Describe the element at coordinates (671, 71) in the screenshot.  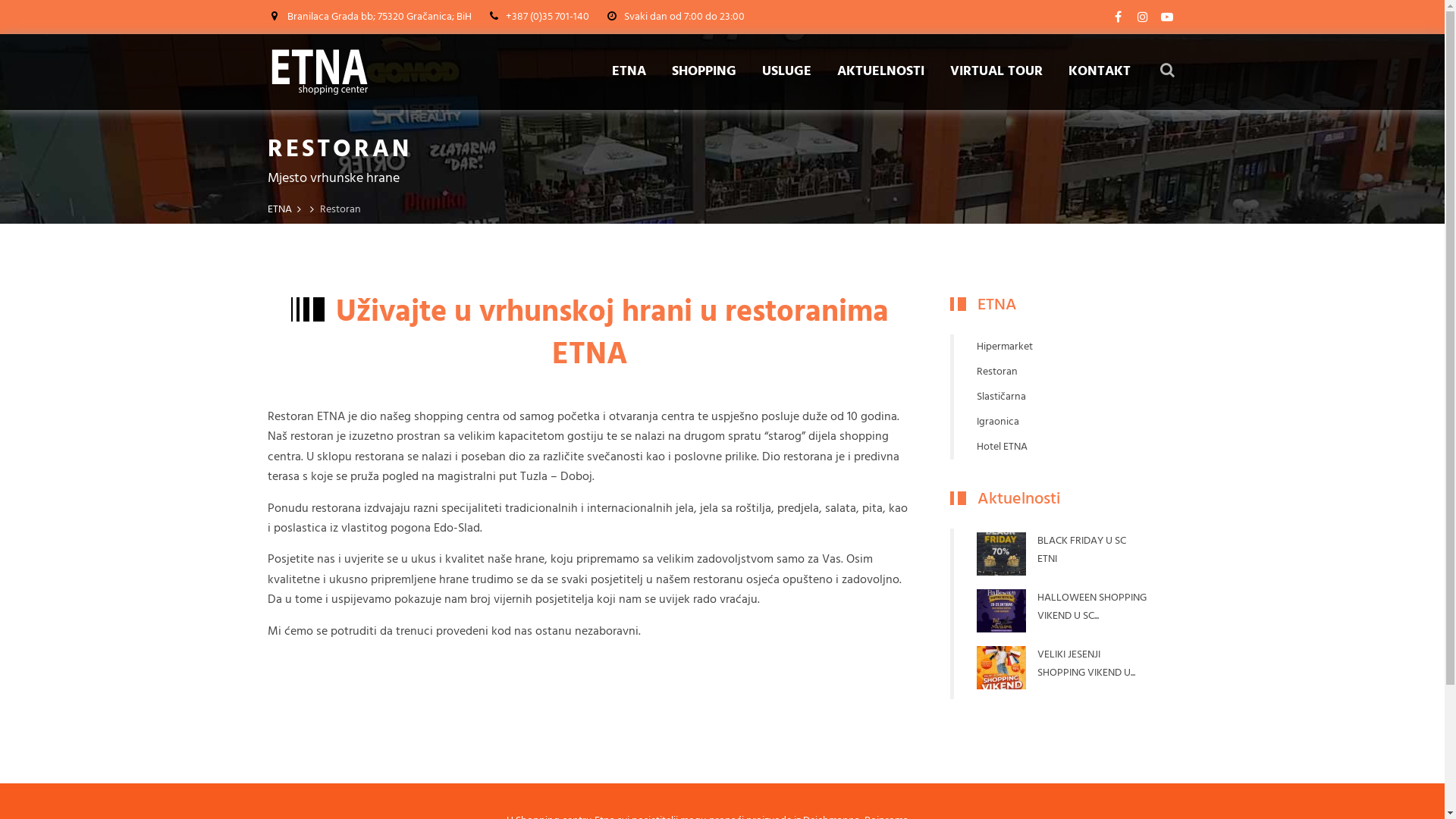
I see `'SHOPPING'` at that location.